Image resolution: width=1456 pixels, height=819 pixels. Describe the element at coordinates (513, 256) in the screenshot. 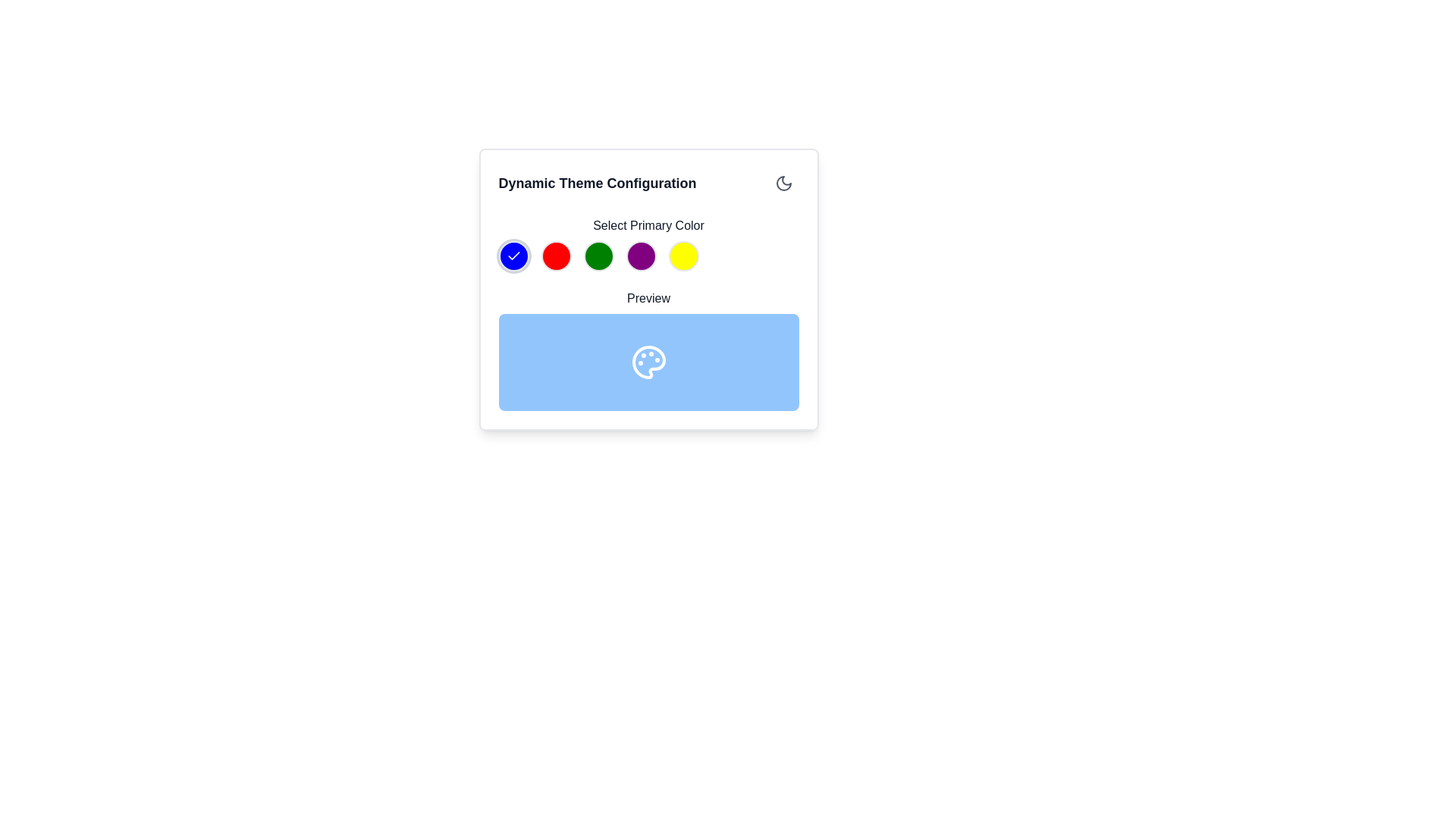

I see `the blue color selection button, which is the first in a row of circular buttons located to the left of red, green, purple, and yellow buttons` at that location.